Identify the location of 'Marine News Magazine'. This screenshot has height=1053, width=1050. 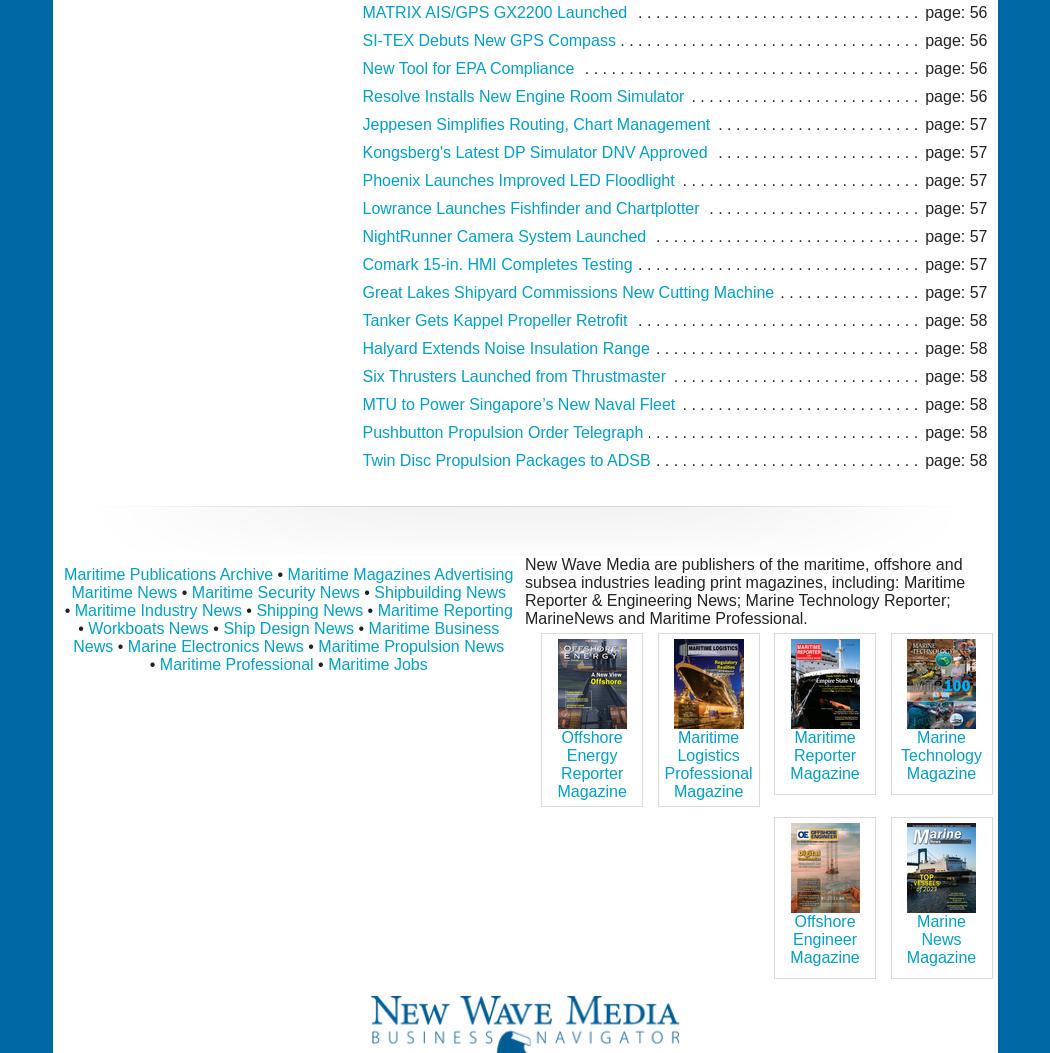
(940, 938).